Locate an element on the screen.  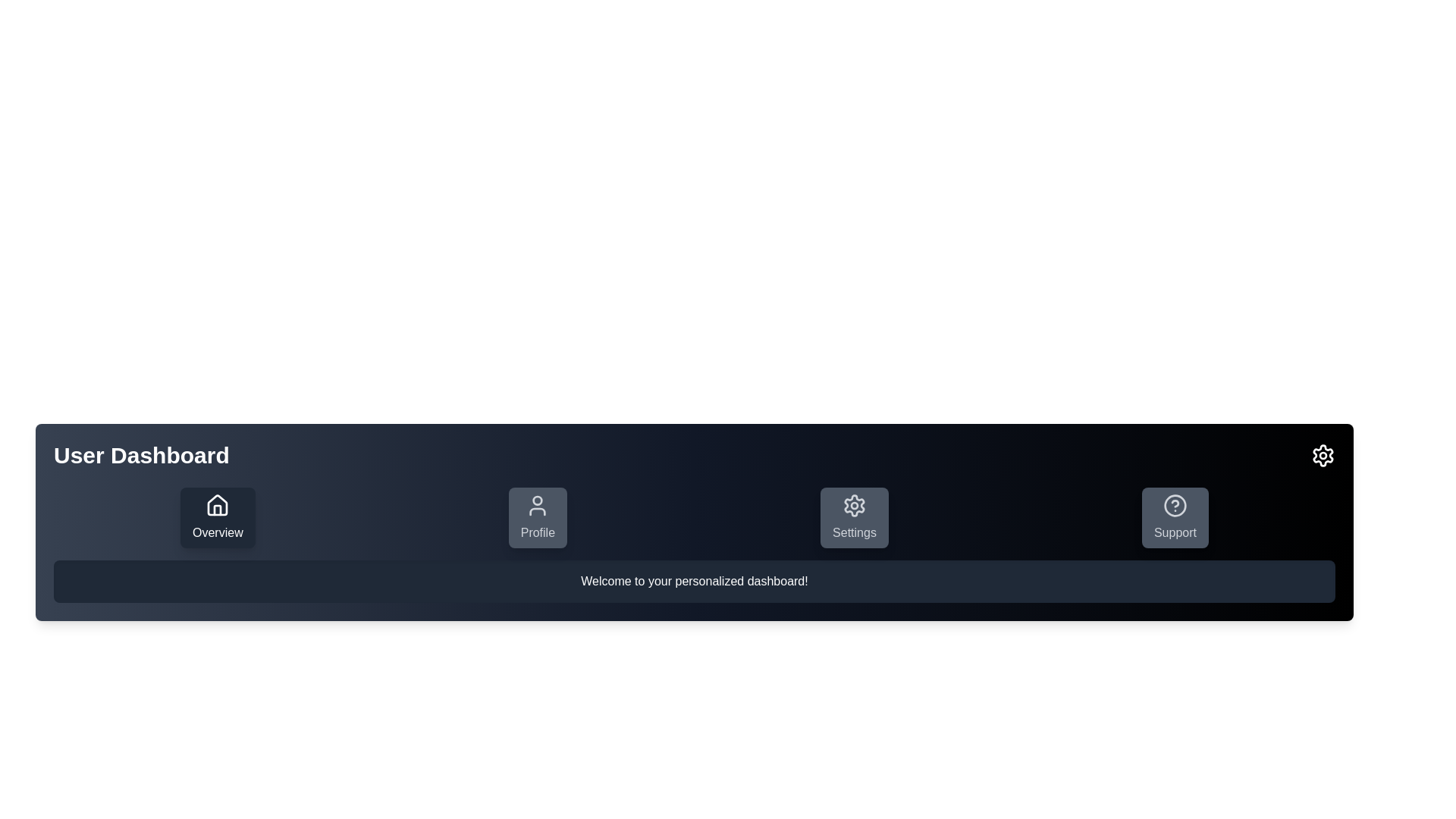
the gear-shaped settings icon located at the top-right corner of the user dashboard header is located at coordinates (1323, 455).